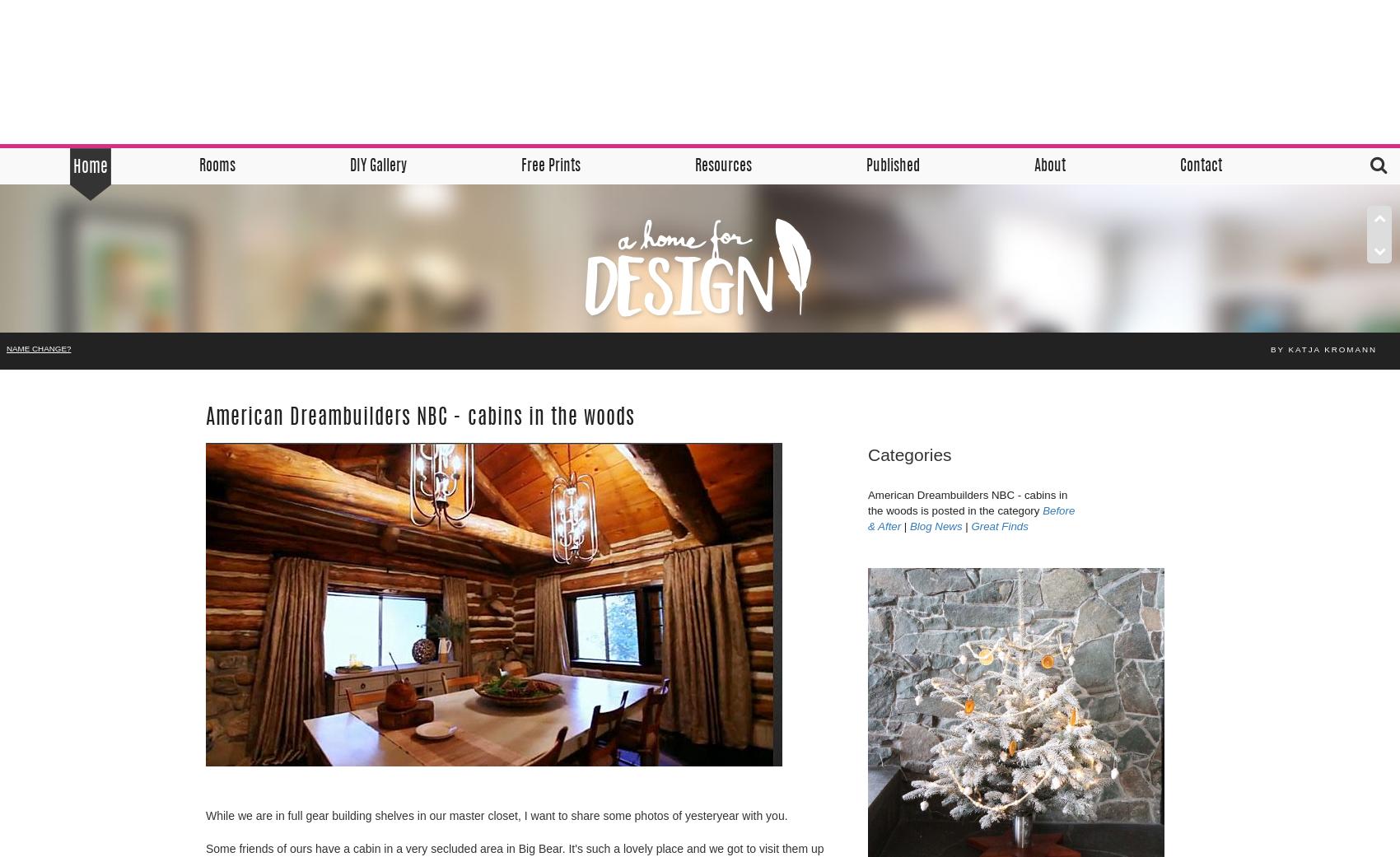 Image resolution: width=1400 pixels, height=857 pixels. What do you see at coordinates (909, 454) in the screenshot?
I see `'Categories'` at bounding box center [909, 454].